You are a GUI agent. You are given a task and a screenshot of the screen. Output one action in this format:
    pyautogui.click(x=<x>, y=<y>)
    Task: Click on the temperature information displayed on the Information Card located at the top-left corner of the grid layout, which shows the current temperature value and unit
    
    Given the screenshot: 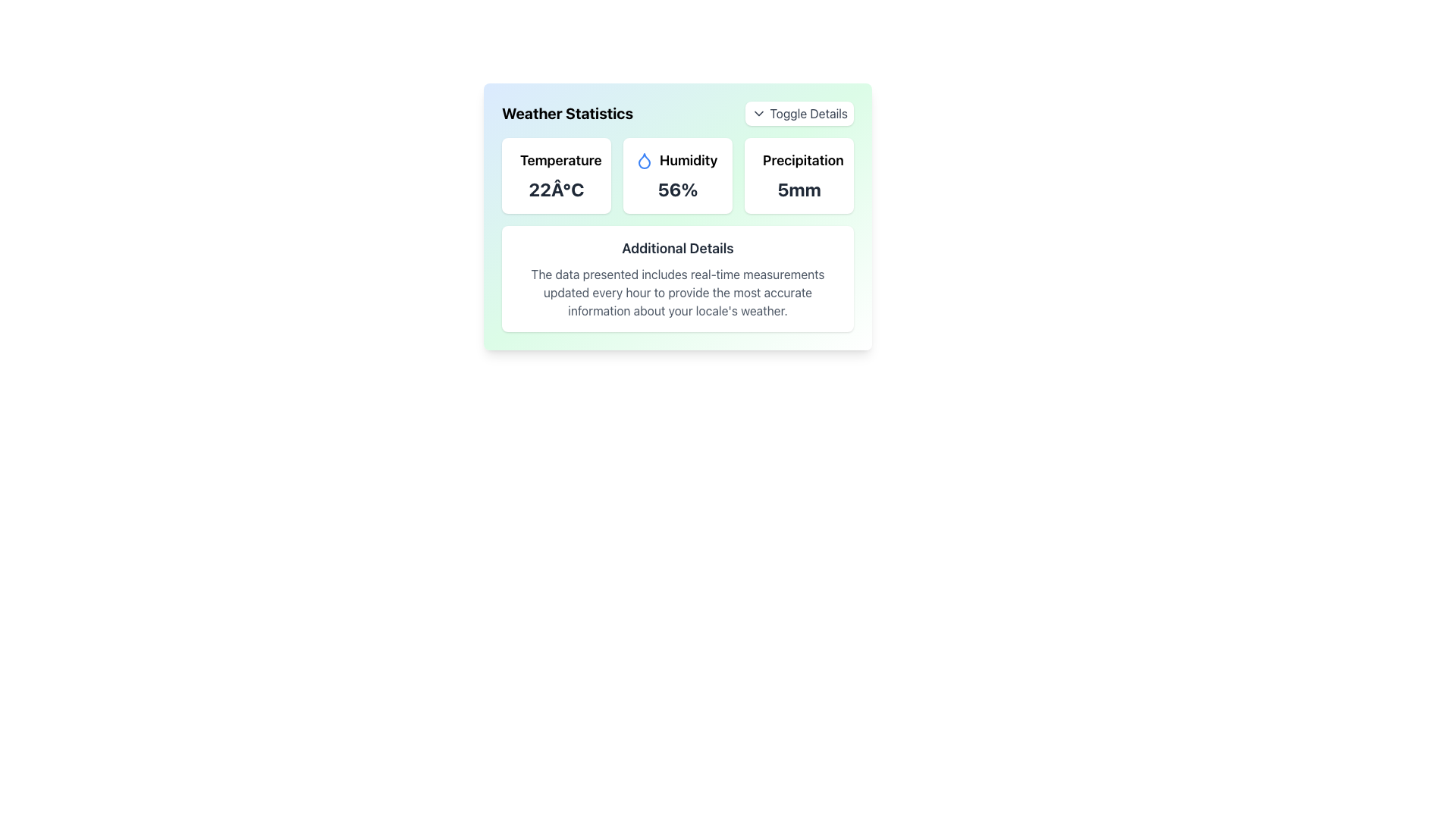 What is the action you would take?
    pyautogui.click(x=556, y=174)
    